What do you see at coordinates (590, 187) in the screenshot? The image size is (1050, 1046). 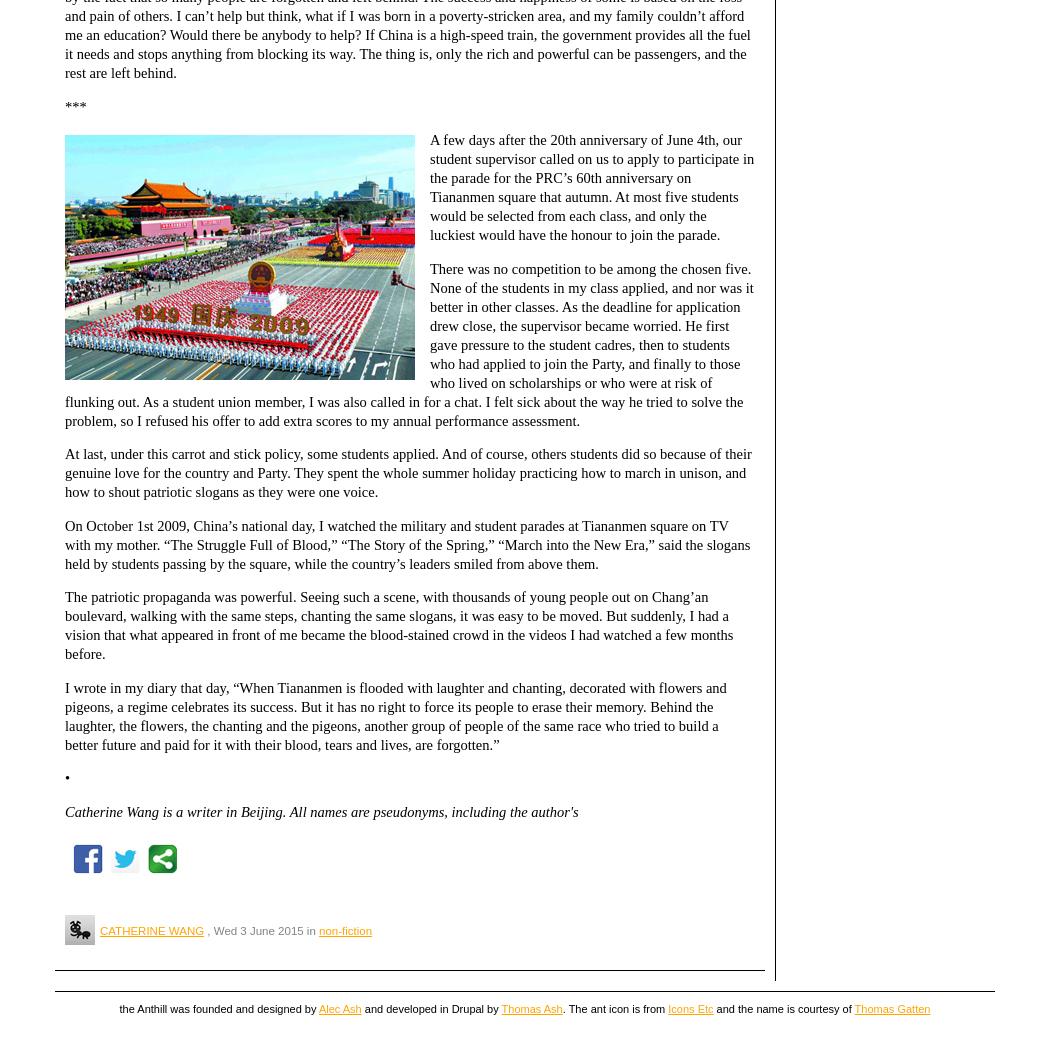 I see `'A few days after the 20th anniversary of June 4th, our student supervisor called on us to apply to participate in the parade for the PRC’s 60th anniversary on Tiananmen square that autumn. At most five students would be selected from each class, and only the luckiest would have the honour to join the parade.'` at bounding box center [590, 187].